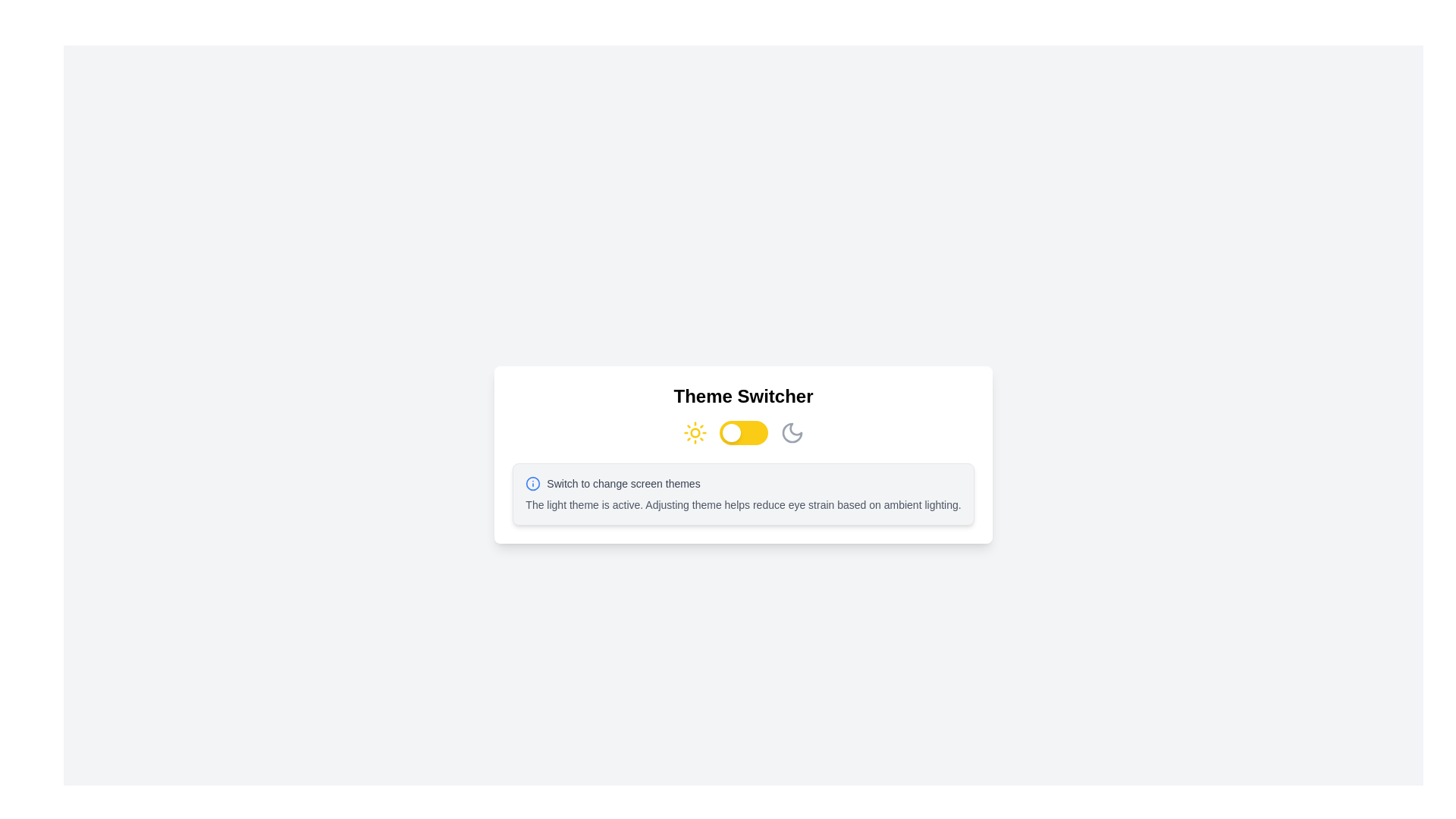 This screenshot has width=1456, height=819. What do you see at coordinates (791, 432) in the screenshot?
I see `the crescent moon icon in the 'Theme Switcher' control group, which is the third item from the left` at bounding box center [791, 432].